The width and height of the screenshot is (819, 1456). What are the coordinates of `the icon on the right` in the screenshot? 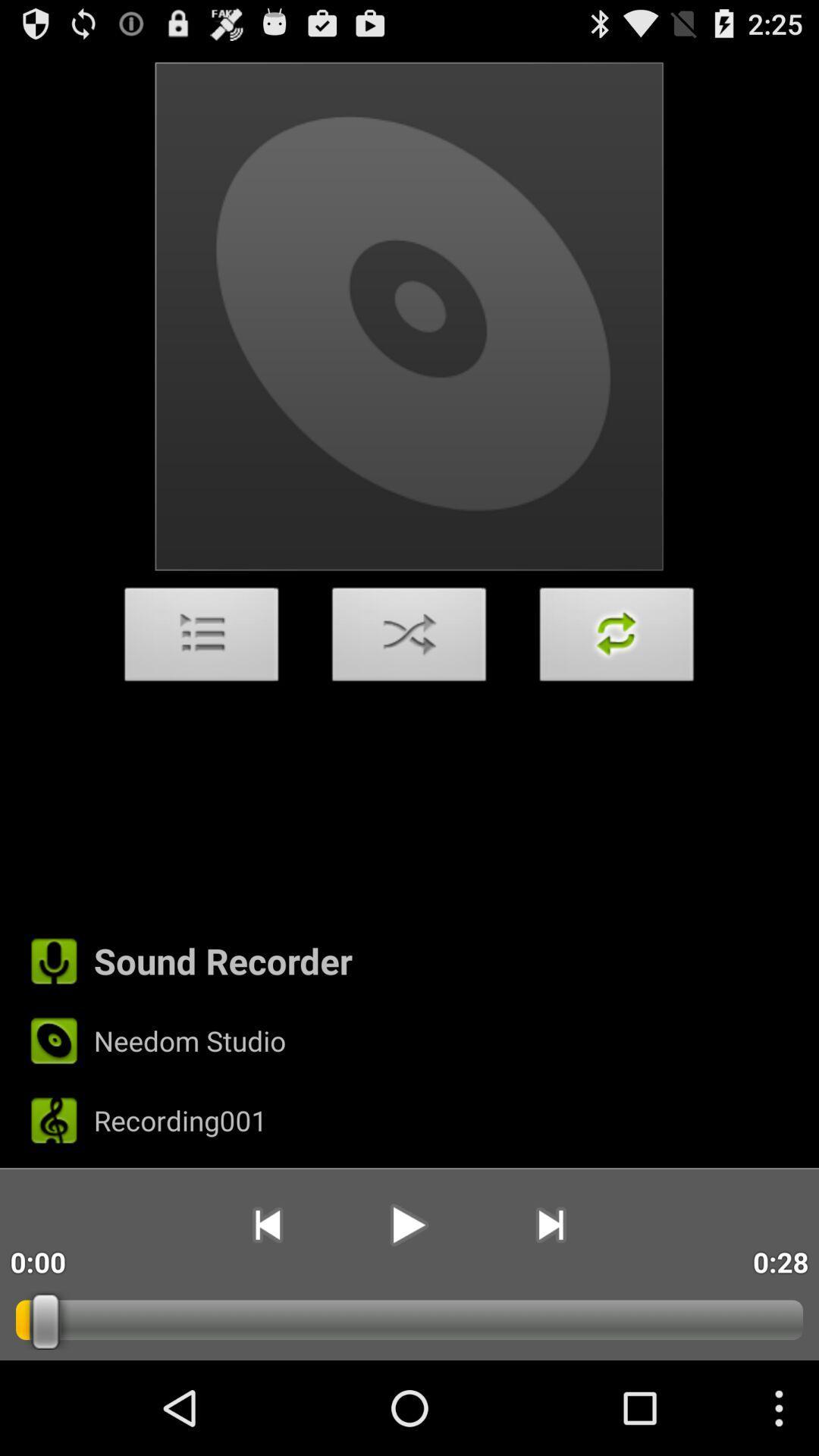 It's located at (617, 639).